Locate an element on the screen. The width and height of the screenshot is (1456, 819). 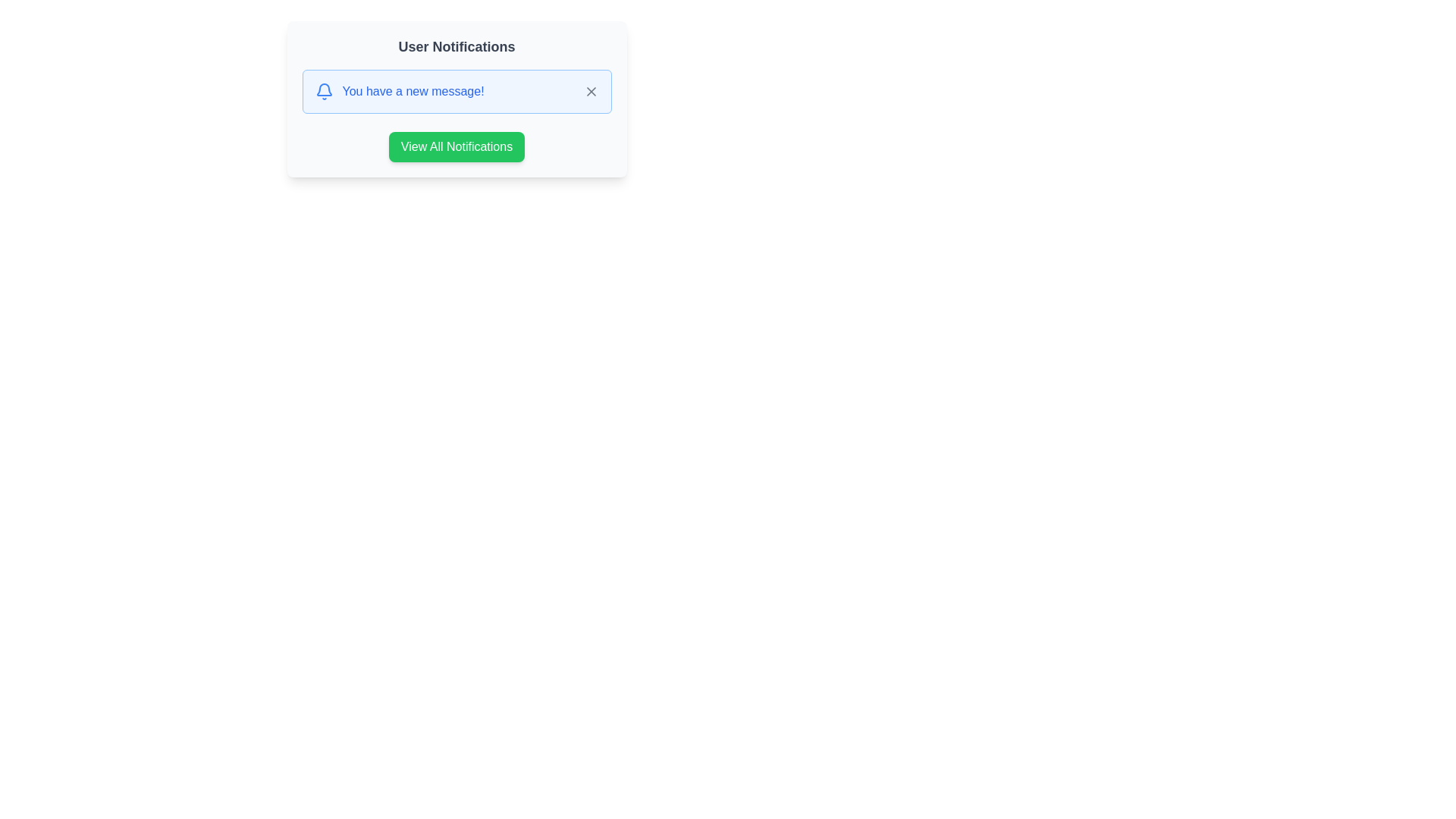
the dismiss button located in the top-right corner of the notification card that reads 'You have a new message!' to change its color is located at coordinates (590, 91).